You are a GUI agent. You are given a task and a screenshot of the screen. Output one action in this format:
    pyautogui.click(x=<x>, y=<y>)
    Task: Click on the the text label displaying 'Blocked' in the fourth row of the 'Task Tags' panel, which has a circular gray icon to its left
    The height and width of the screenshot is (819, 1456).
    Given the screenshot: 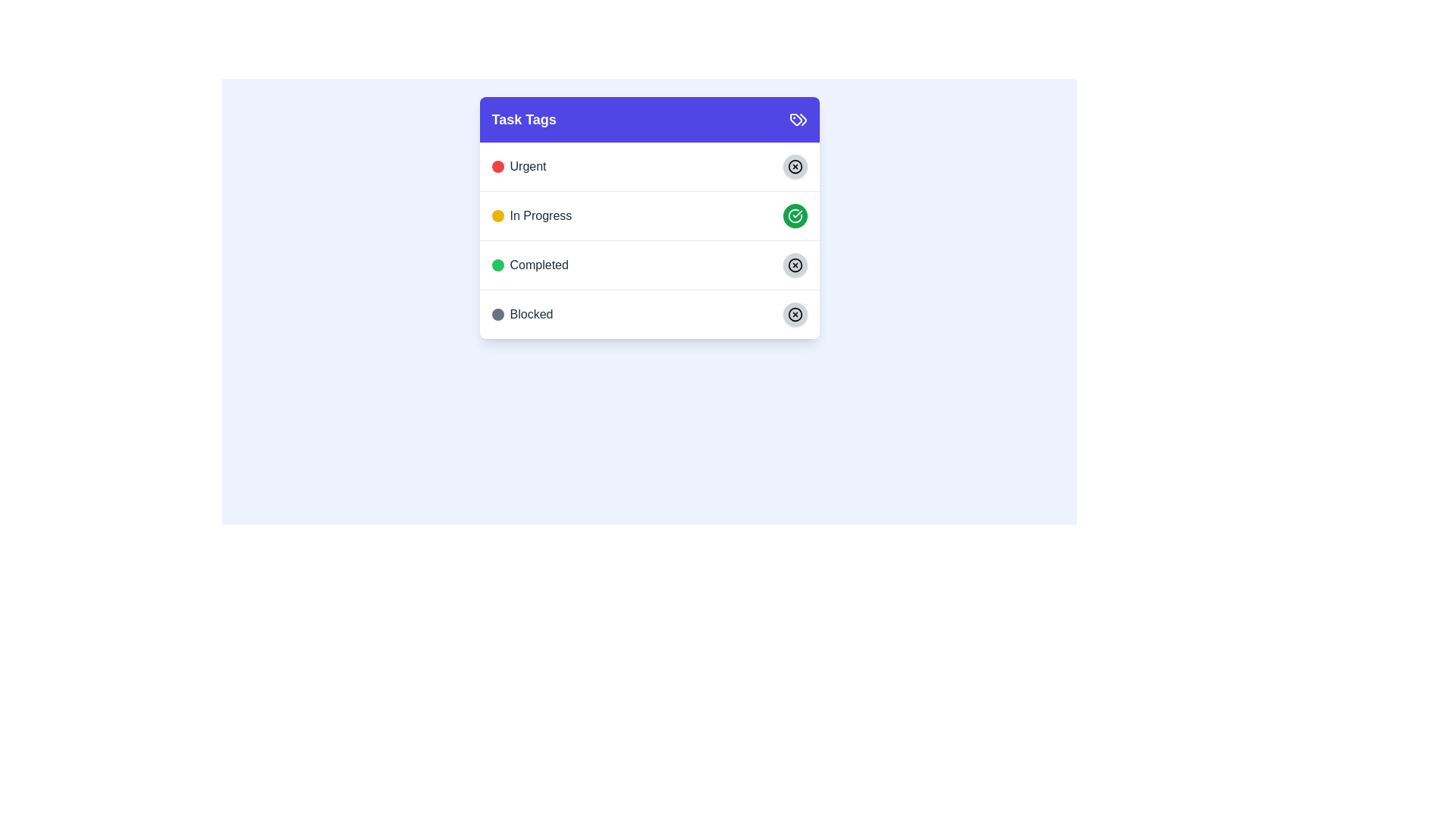 What is the action you would take?
    pyautogui.click(x=531, y=314)
    